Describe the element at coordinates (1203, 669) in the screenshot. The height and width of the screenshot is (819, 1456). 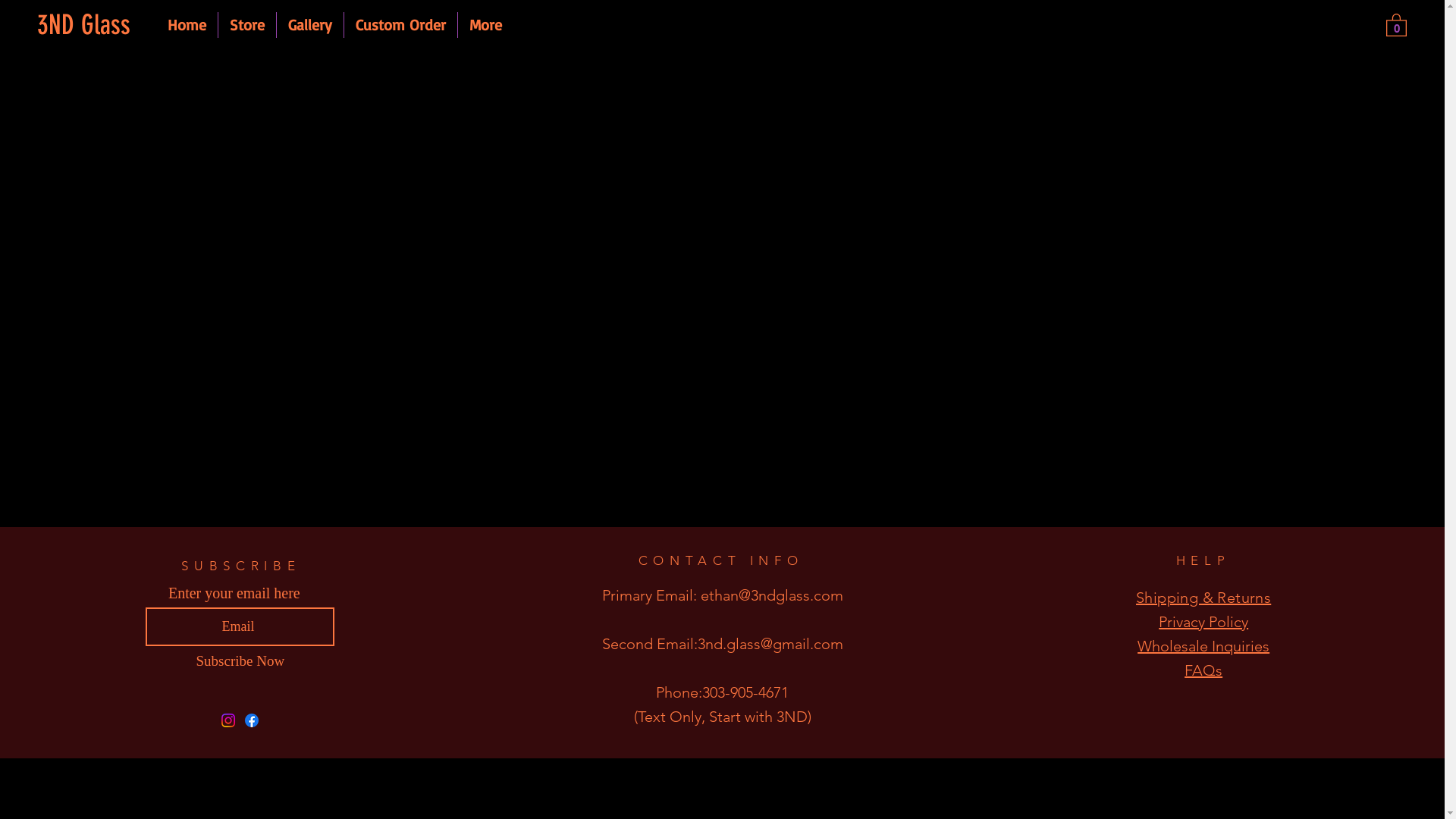
I see `'FAQs'` at that location.